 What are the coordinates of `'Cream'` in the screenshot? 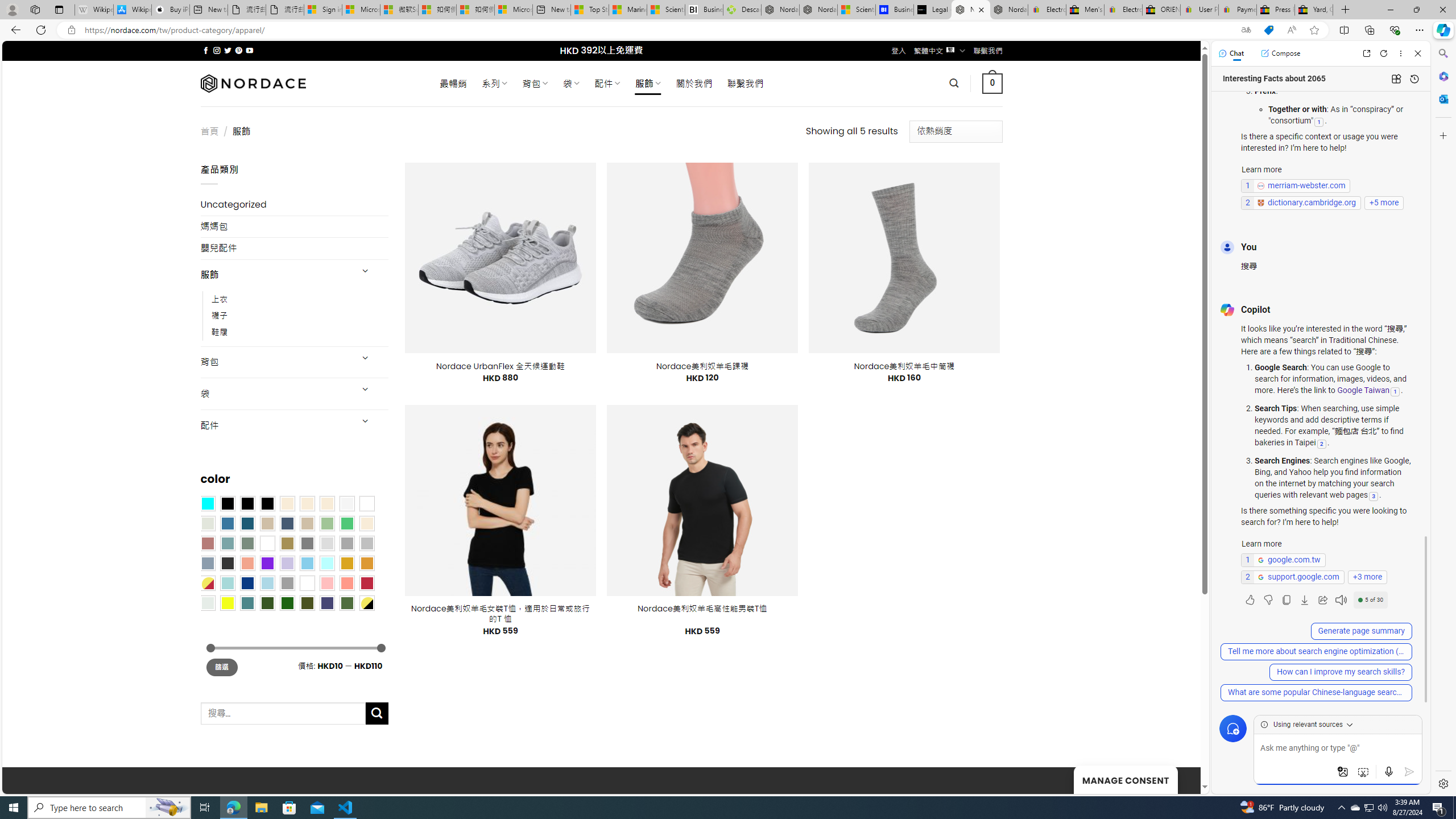 It's located at (327, 503).